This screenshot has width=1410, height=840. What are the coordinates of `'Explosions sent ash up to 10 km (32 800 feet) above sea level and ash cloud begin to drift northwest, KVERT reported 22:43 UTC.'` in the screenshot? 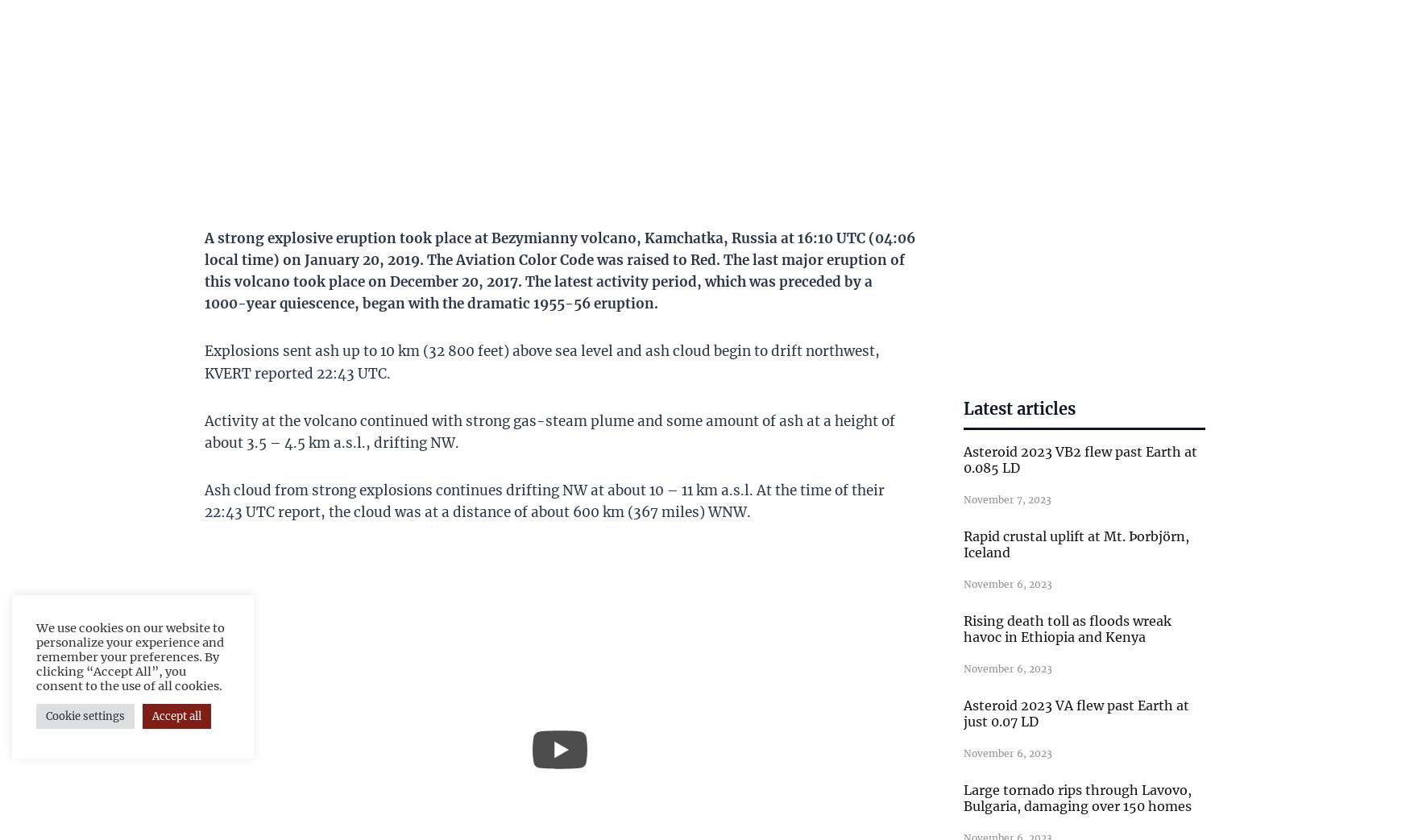 It's located at (203, 361).